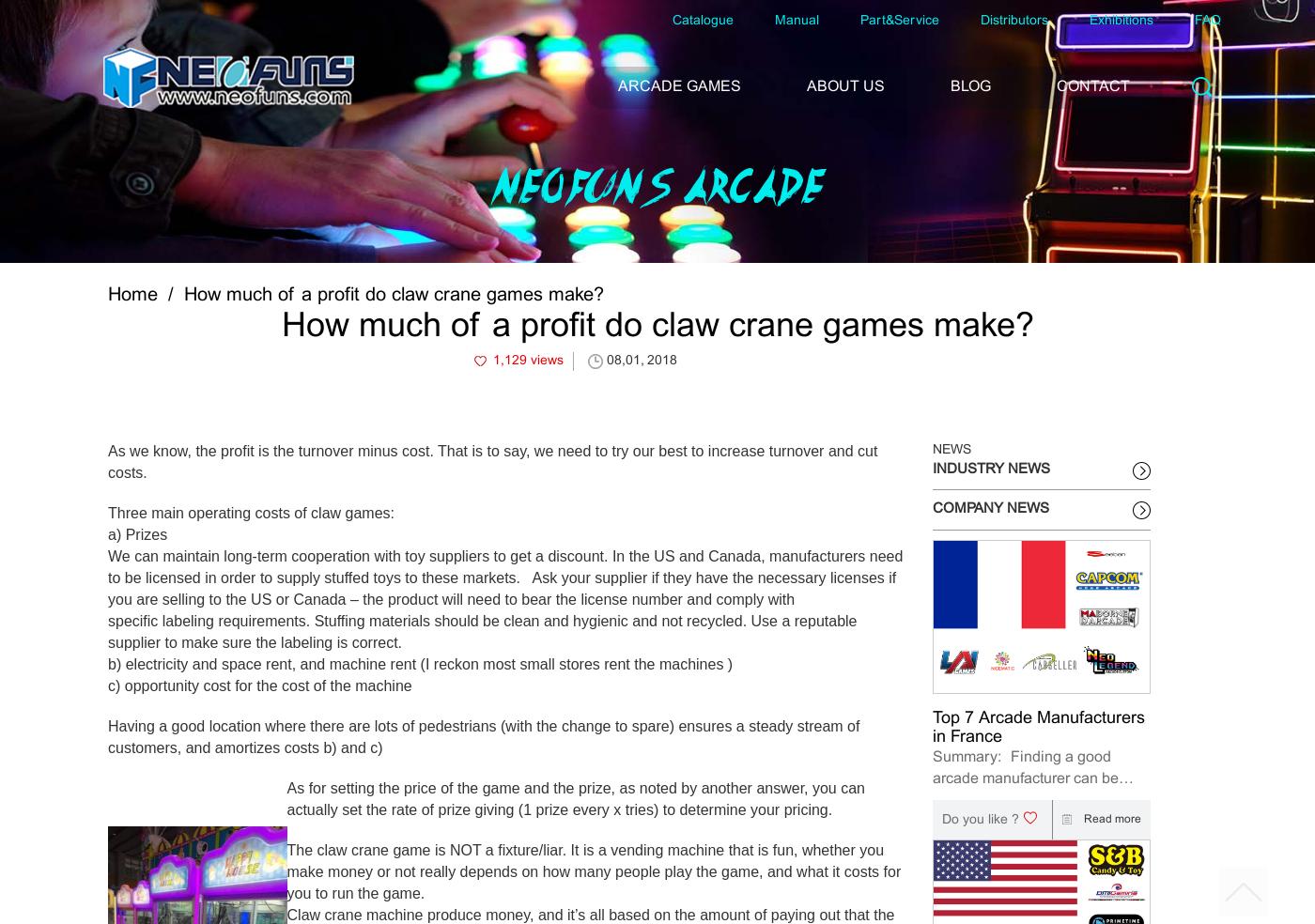 This screenshot has height=924, width=1315. Describe the element at coordinates (990, 467) in the screenshot. I see `'INDUSTRY NEWS'` at that location.